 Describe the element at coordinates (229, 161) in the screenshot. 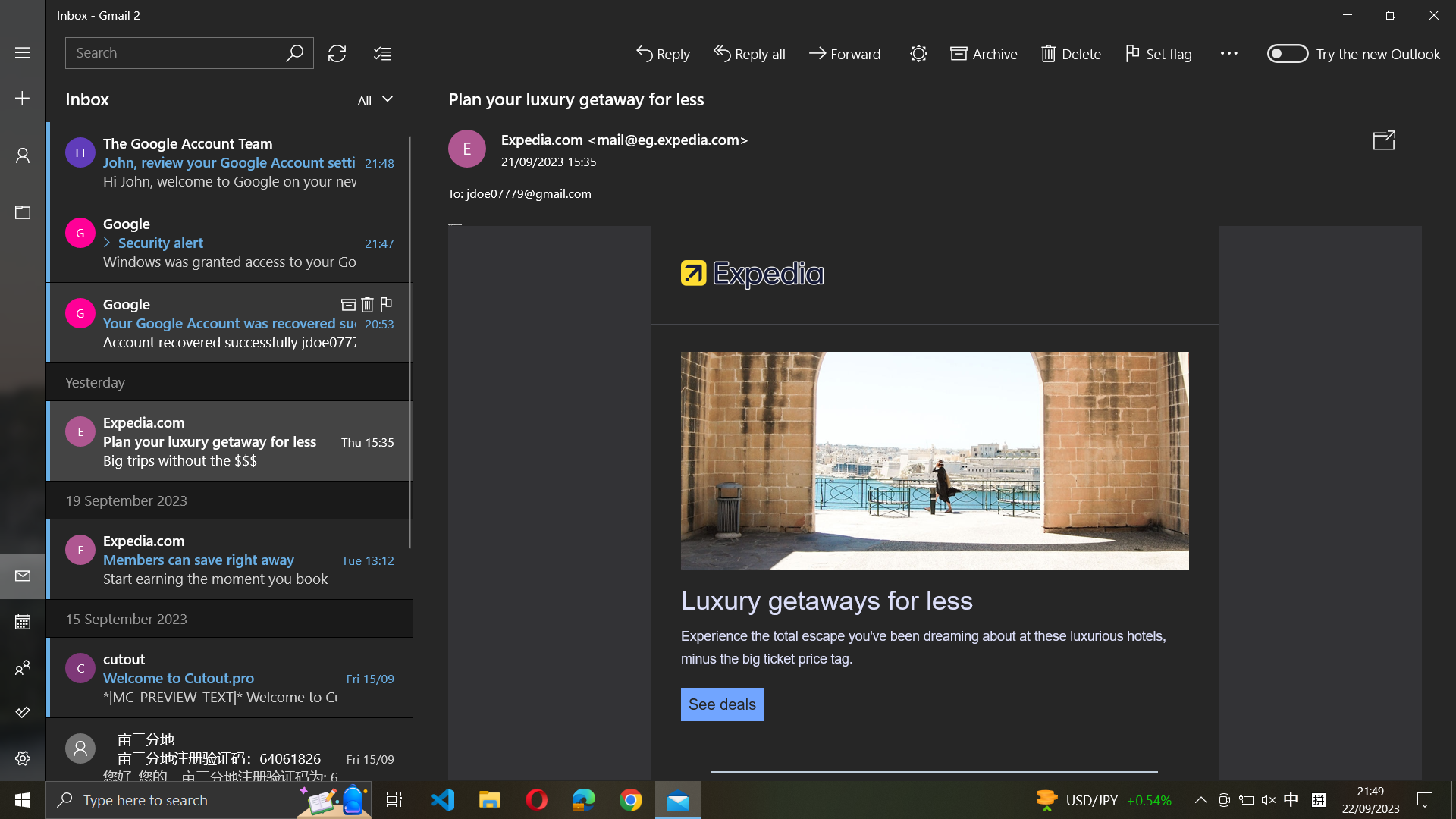

I see `Erase the initial email` at that location.